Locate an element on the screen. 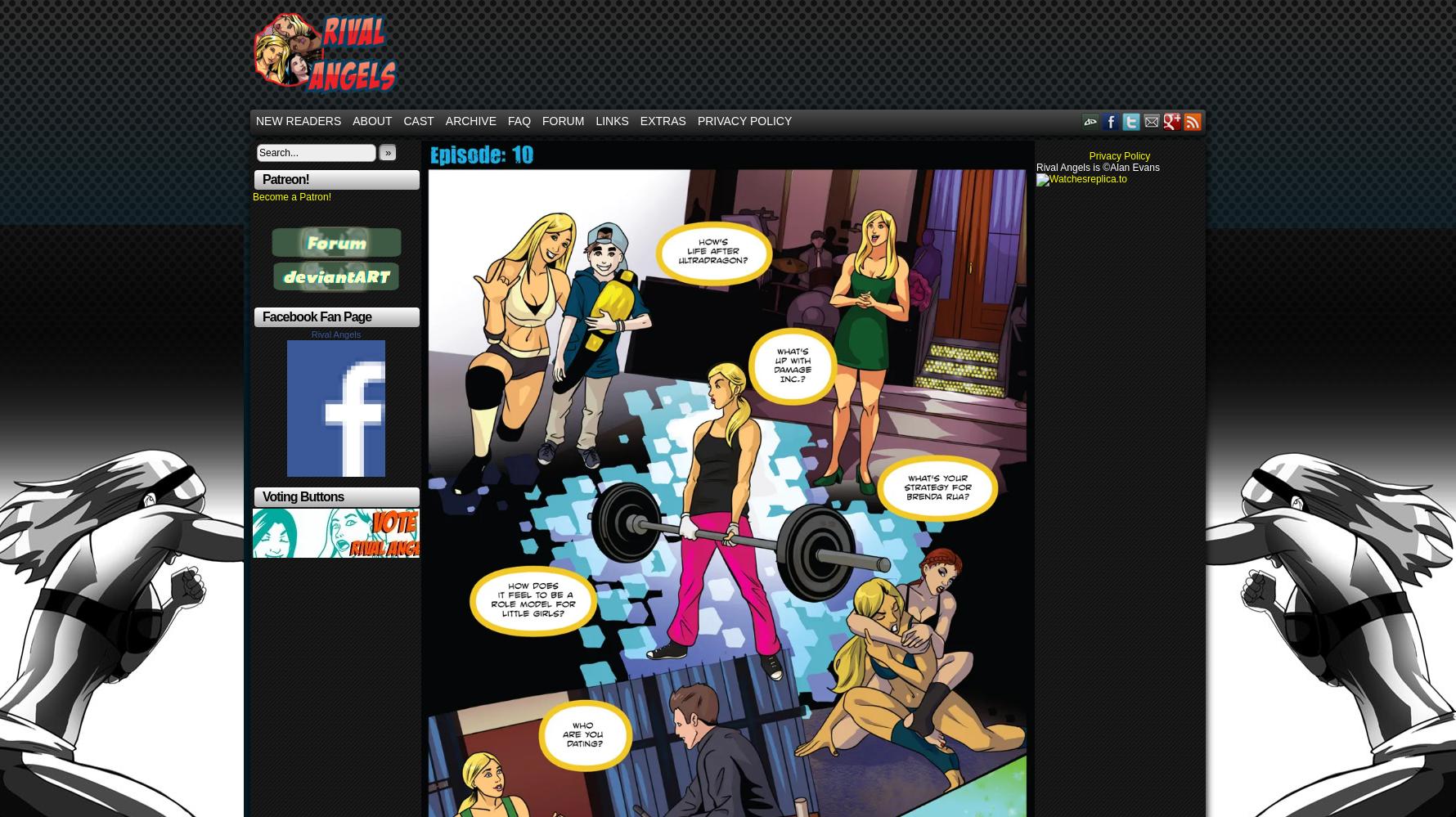 Image resolution: width=1456 pixels, height=817 pixels. 'About' is located at coordinates (351, 120).